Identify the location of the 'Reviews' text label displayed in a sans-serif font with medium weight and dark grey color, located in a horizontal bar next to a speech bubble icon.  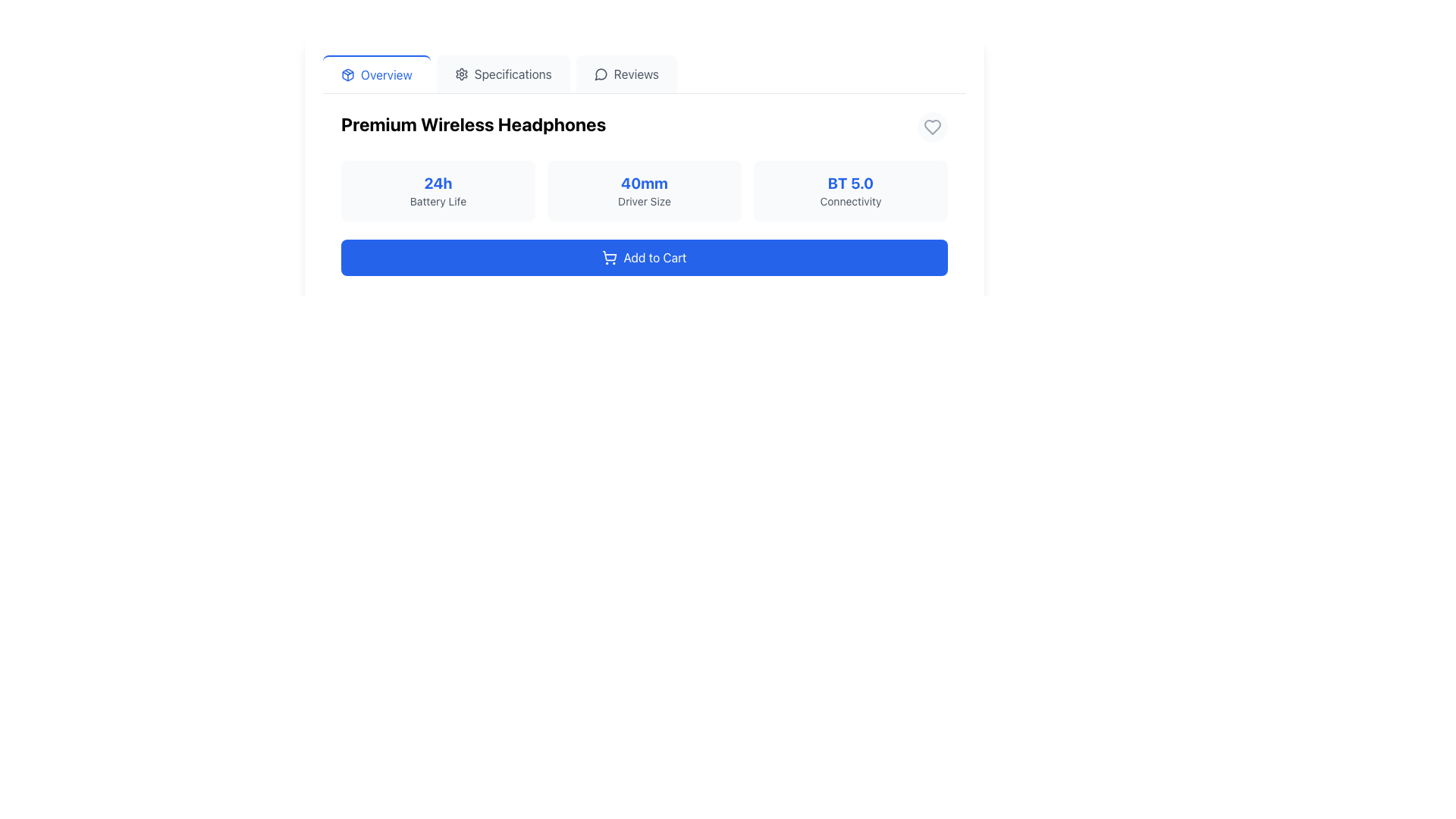
(636, 74).